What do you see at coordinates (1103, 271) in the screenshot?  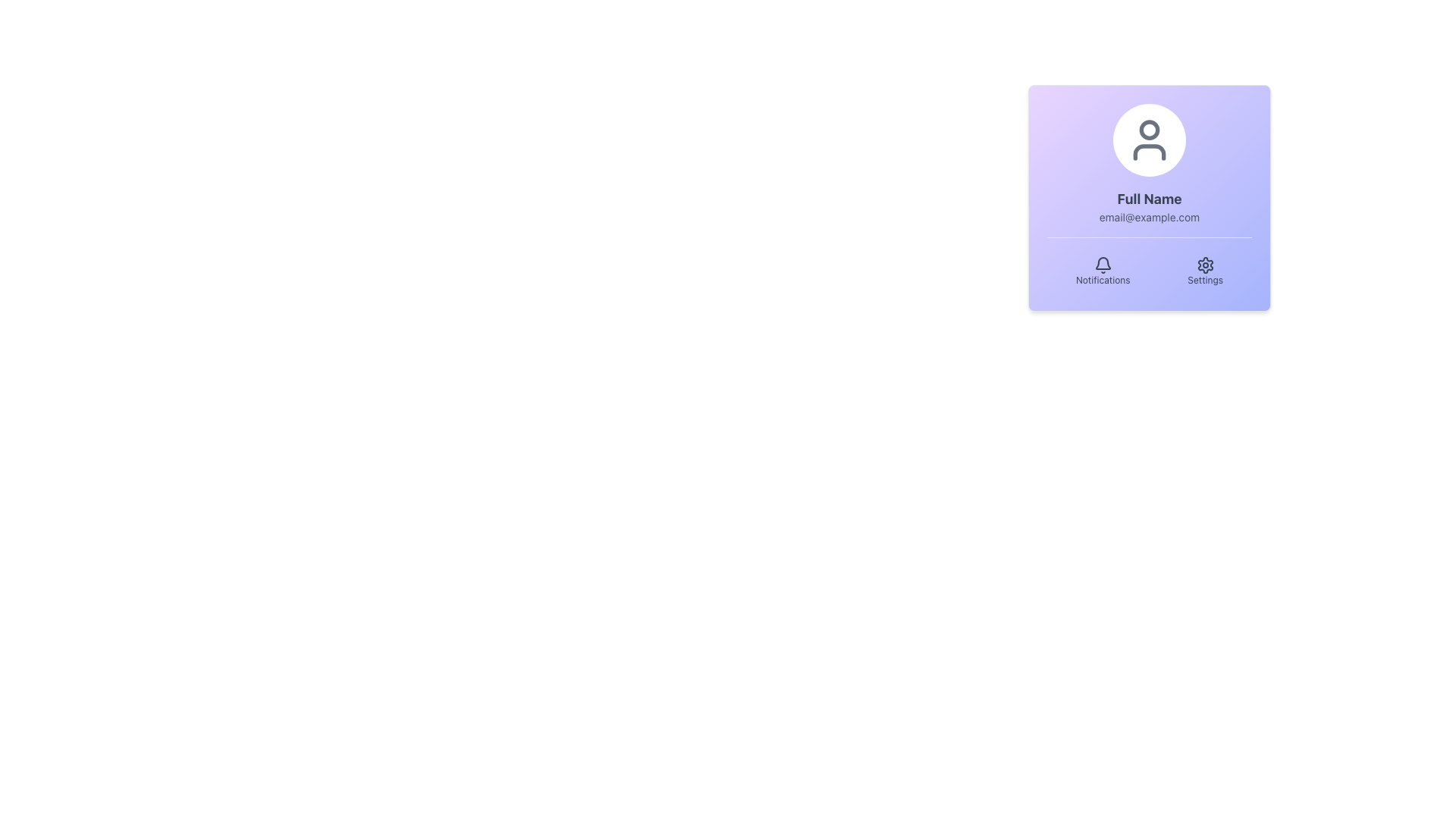 I see `the 'Notifications' button with a bell icon located at the bottom left of the user information area` at bounding box center [1103, 271].